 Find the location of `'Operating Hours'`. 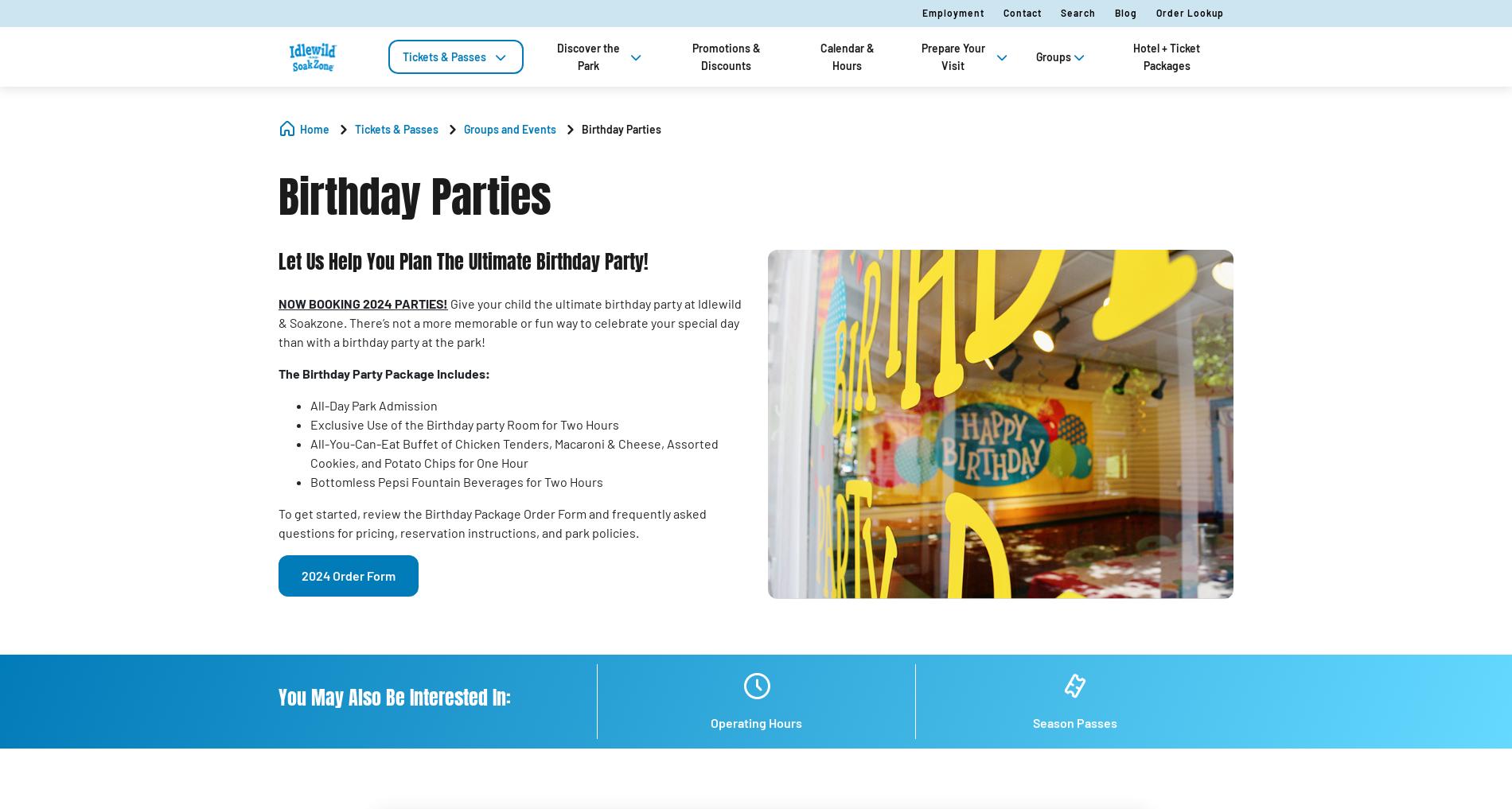

'Operating Hours' is located at coordinates (756, 721).